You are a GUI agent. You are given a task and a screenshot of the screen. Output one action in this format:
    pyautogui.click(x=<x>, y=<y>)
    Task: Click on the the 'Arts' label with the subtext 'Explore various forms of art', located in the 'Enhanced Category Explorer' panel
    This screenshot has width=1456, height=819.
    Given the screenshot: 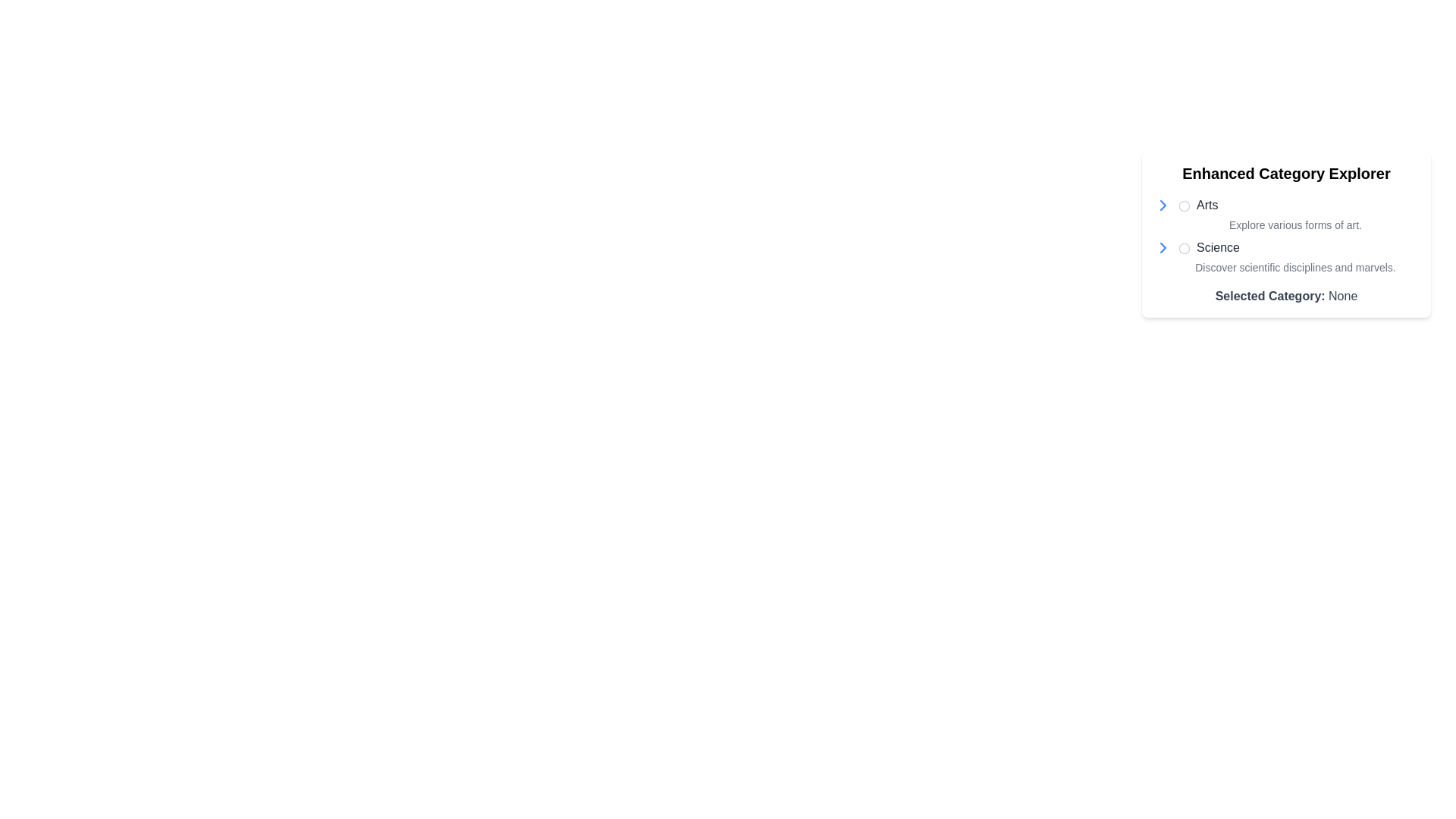 What is the action you would take?
    pyautogui.click(x=1285, y=214)
    